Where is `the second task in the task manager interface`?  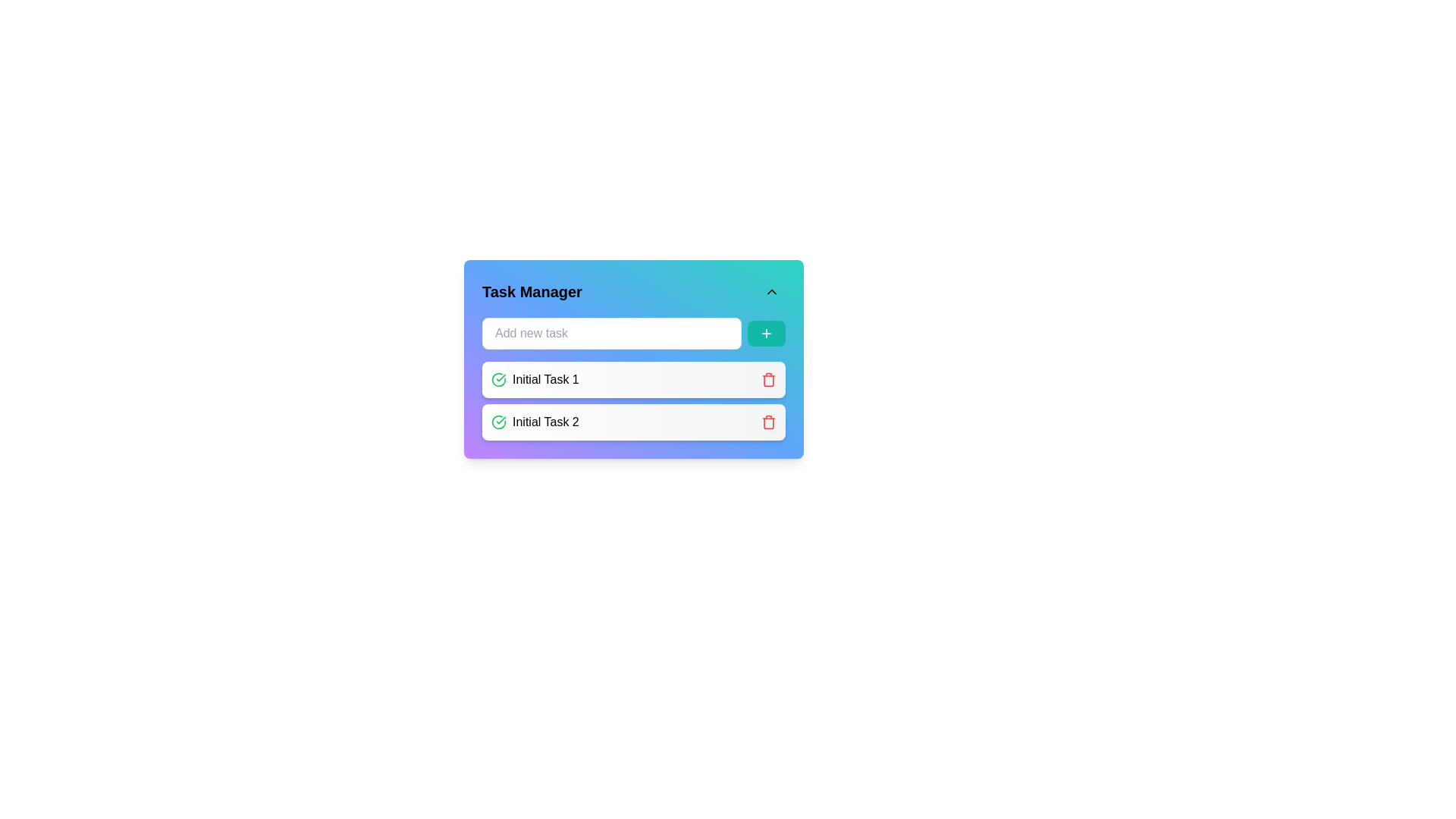
the second task in the task manager interface is located at coordinates (535, 422).